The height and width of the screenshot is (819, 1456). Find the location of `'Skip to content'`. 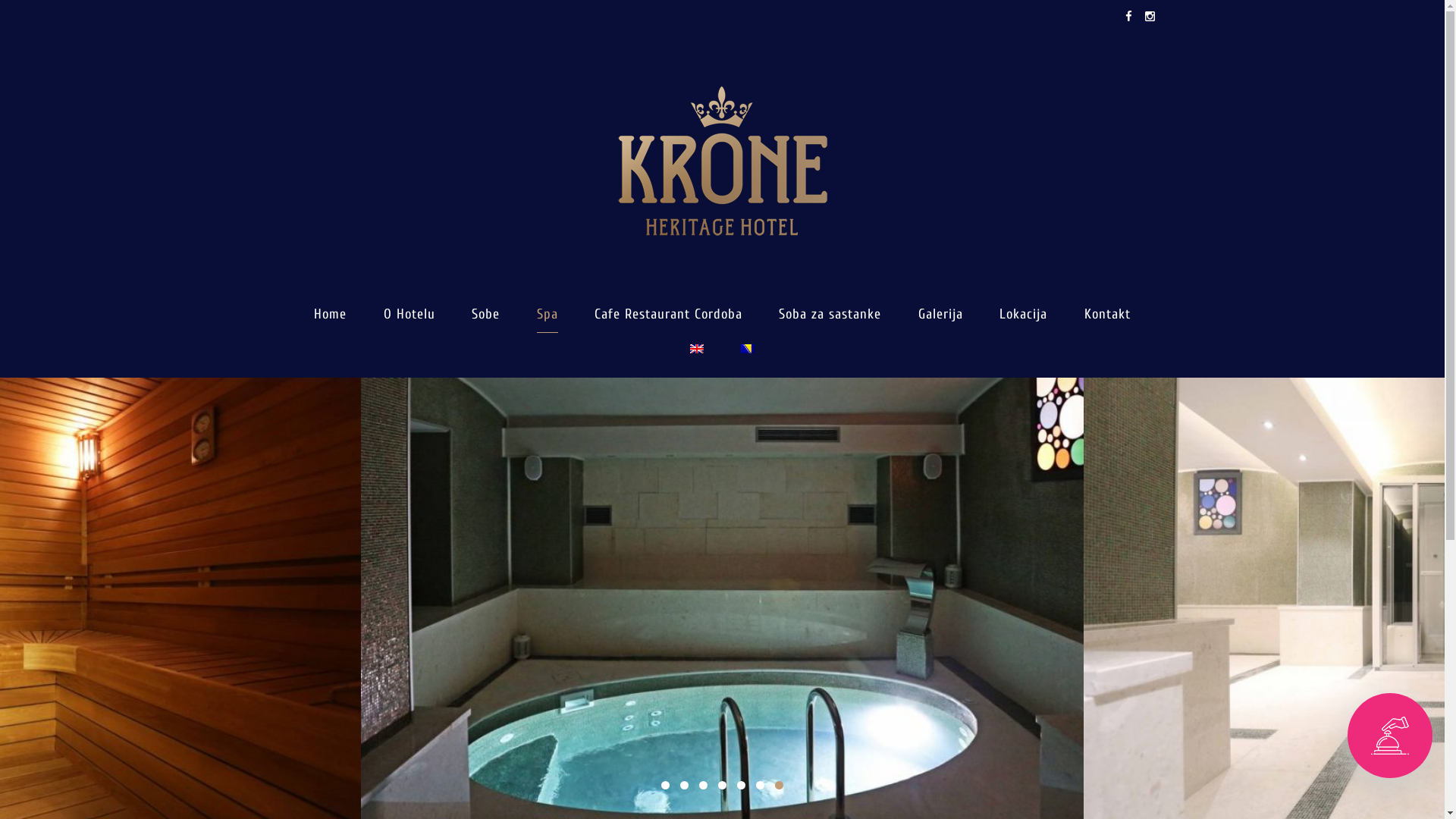

'Skip to content' is located at coordinates (0, 0).